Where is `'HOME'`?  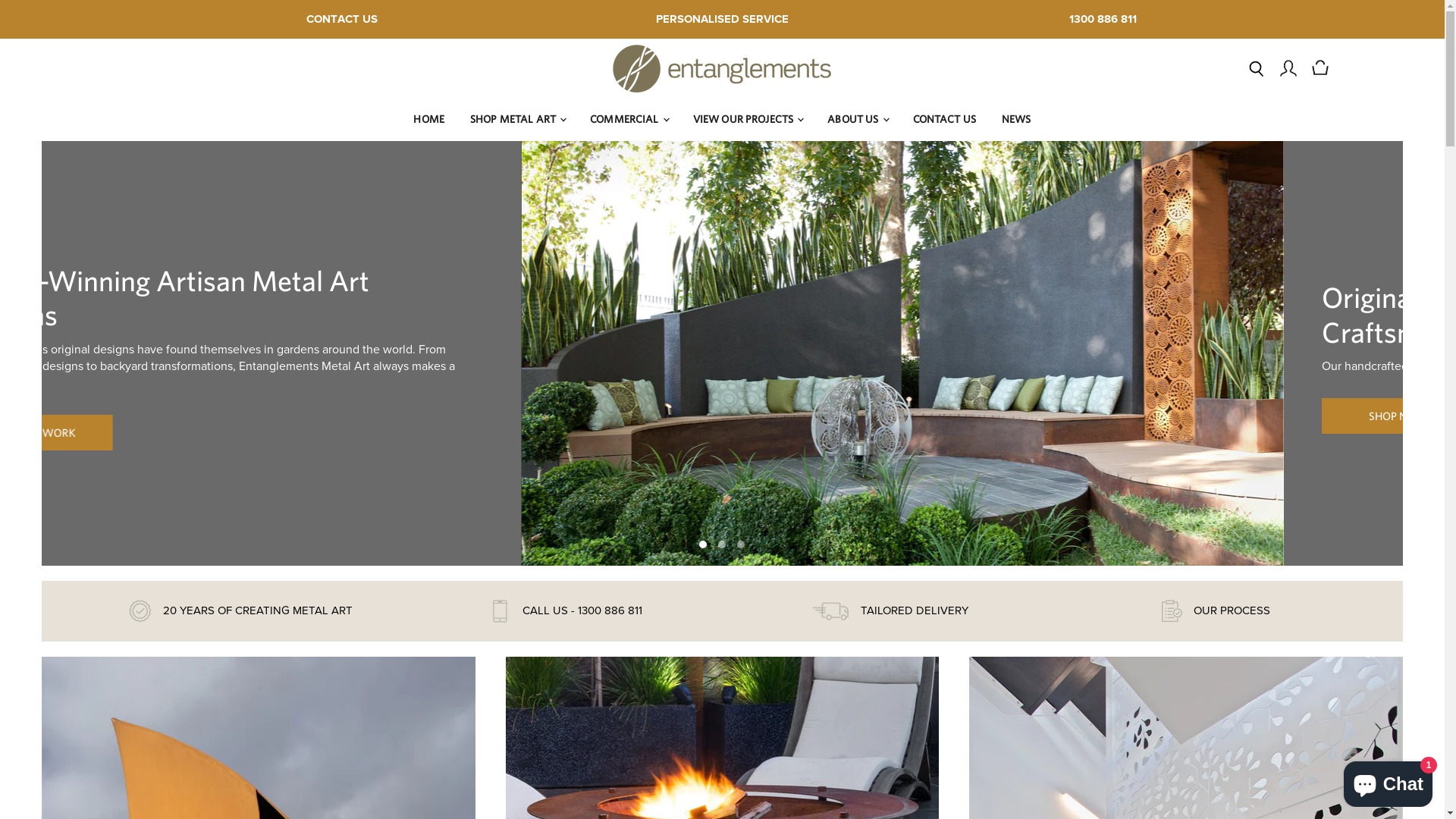
'HOME' is located at coordinates (428, 118).